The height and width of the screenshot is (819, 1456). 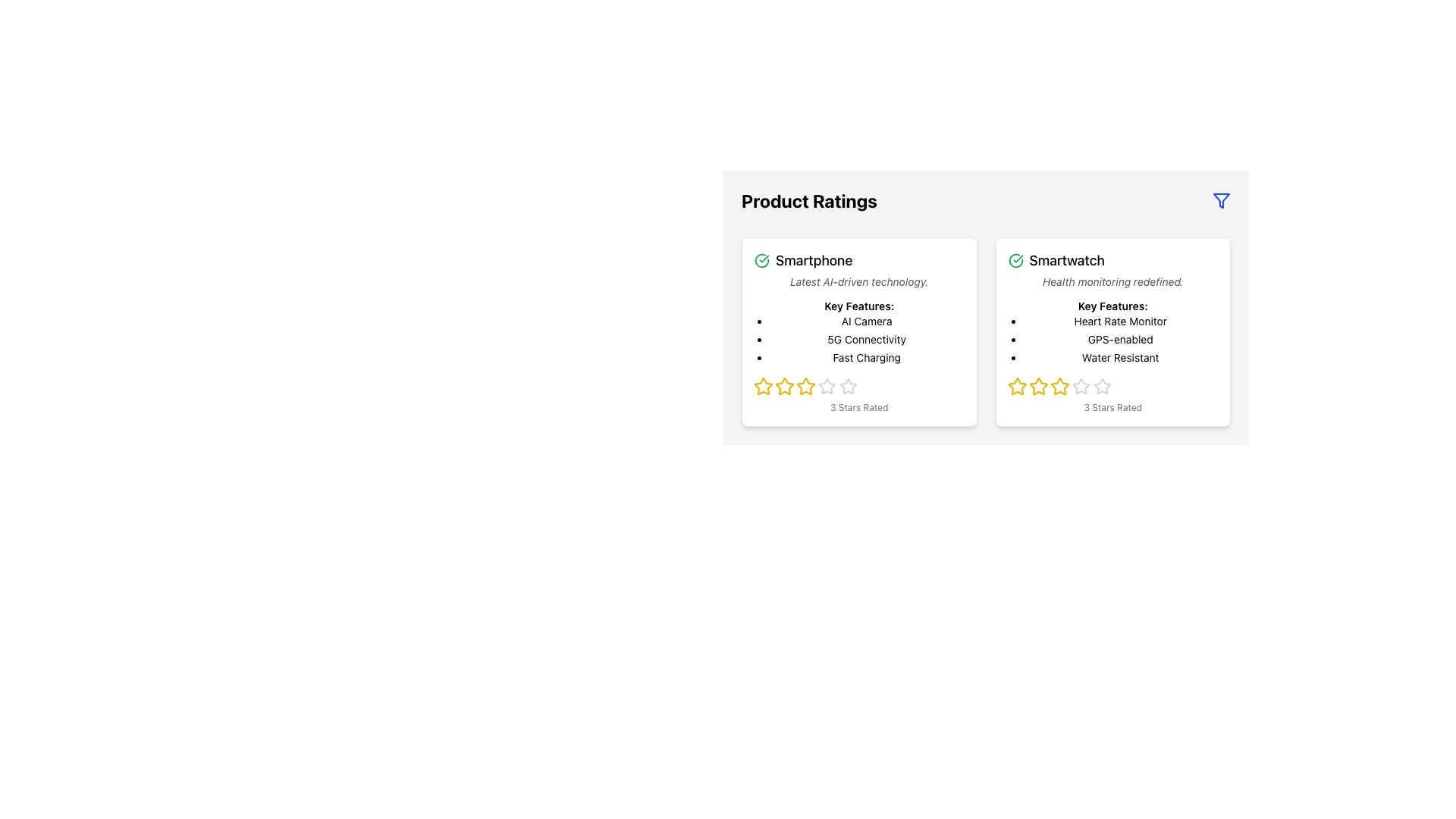 I want to click on the first Rating Star in the rating section of the 'Smartphone' product card to give a rating, so click(x=764, y=385).